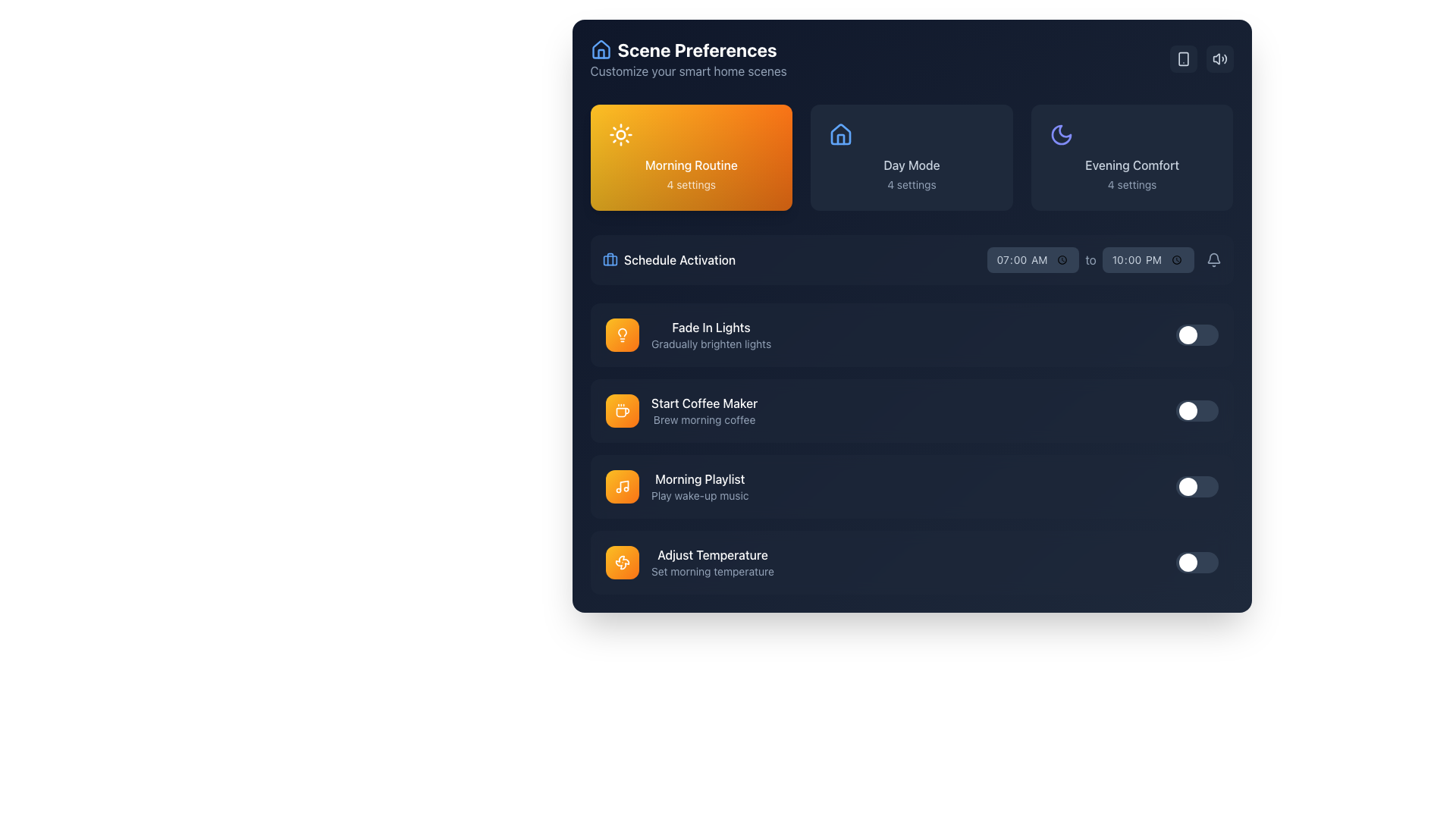 This screenshot has height=819, width=1456. I want to click on the static text label indicating the time range from the left-hand time selector to the right-hand time selector in the 'Schedule Activation' section, so click(1090, 259).